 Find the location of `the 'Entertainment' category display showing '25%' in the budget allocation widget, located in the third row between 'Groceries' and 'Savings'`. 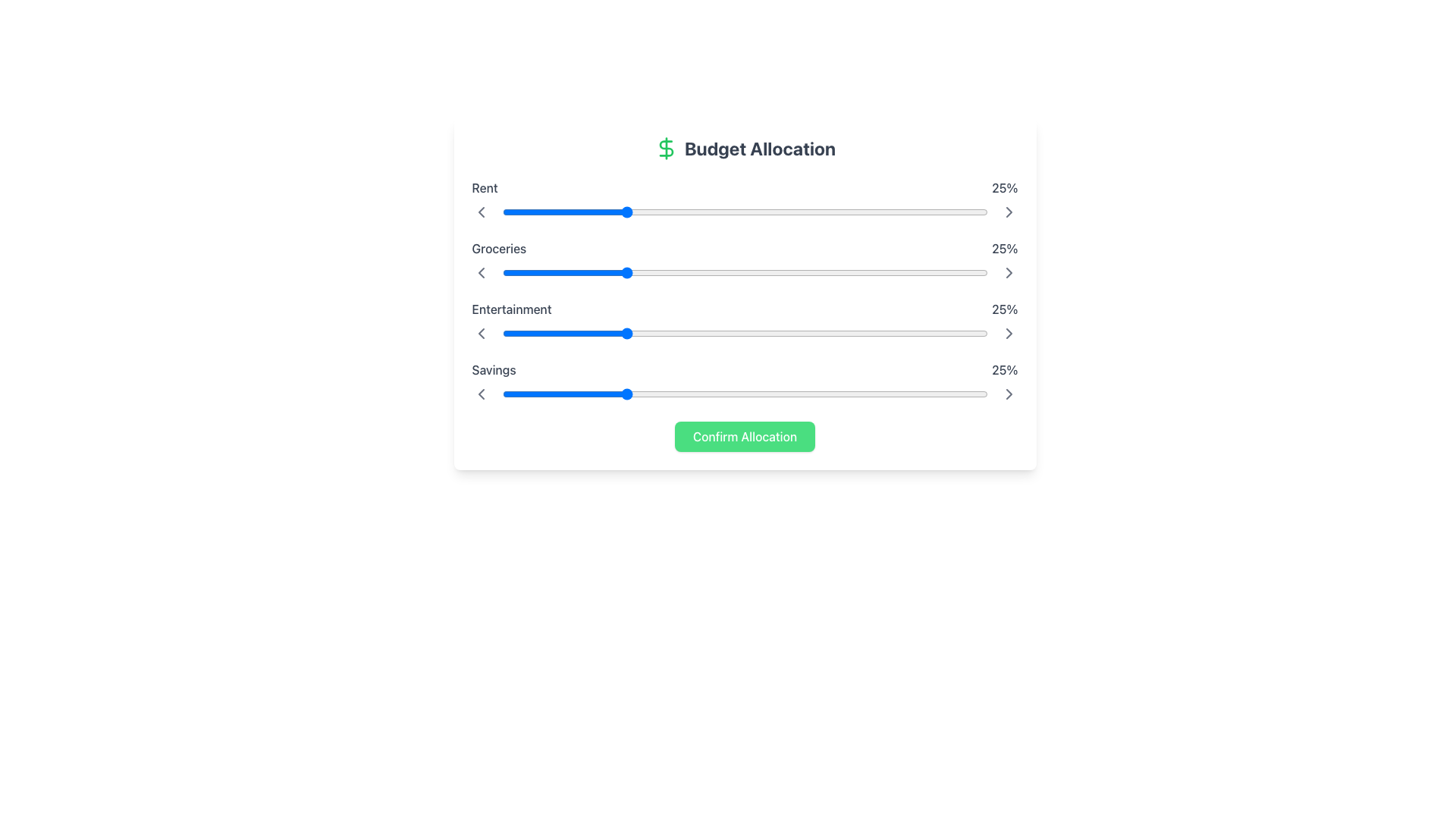

the 'Entertainment' category display showing '25%' in the budget allocation widget, located in the third row between 'Groceries' and 'Savings' is located at coordinates (745, 309).